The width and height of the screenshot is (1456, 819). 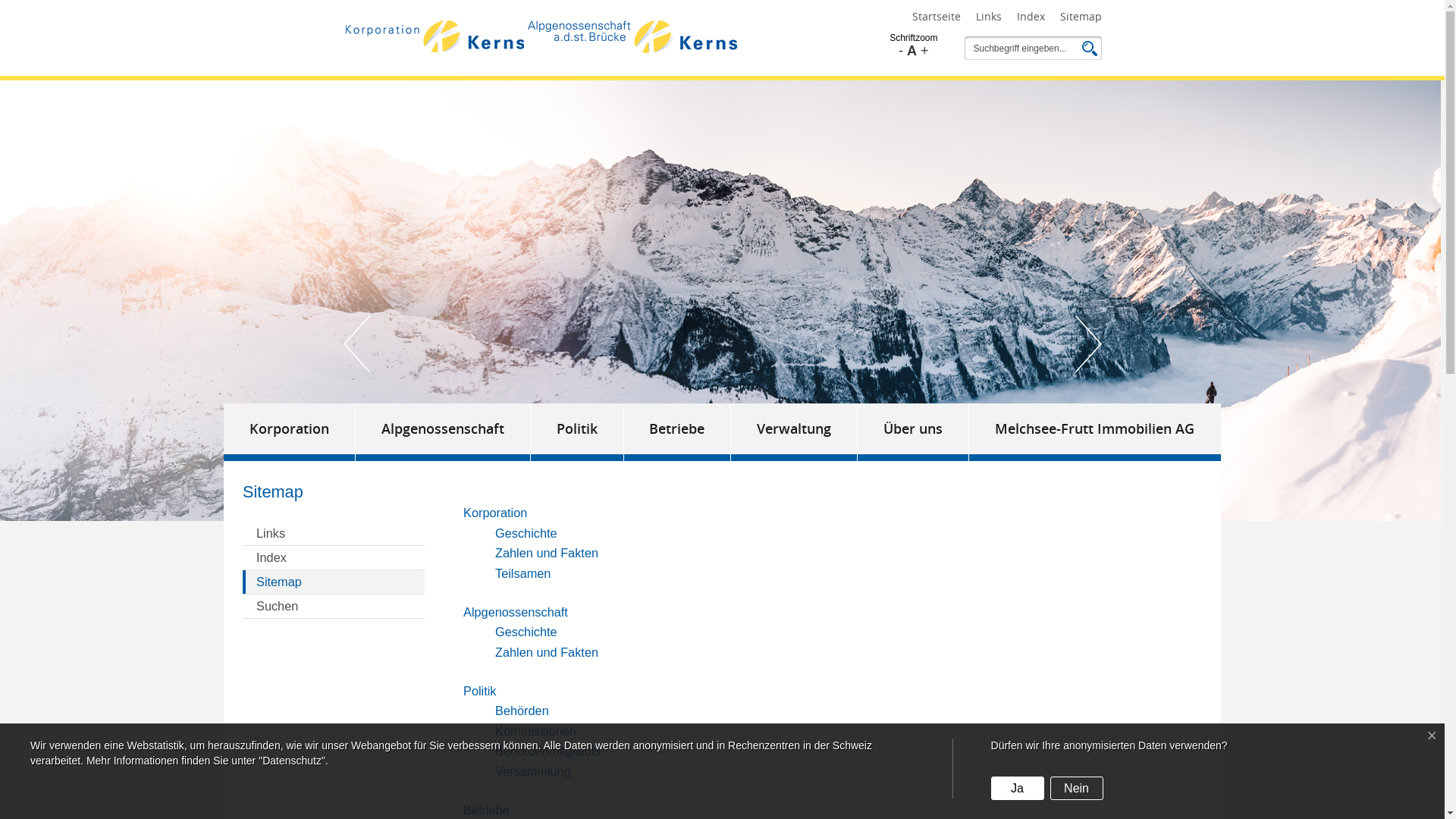 I want to click on 'Betriebe', so click(x=623, y=432).